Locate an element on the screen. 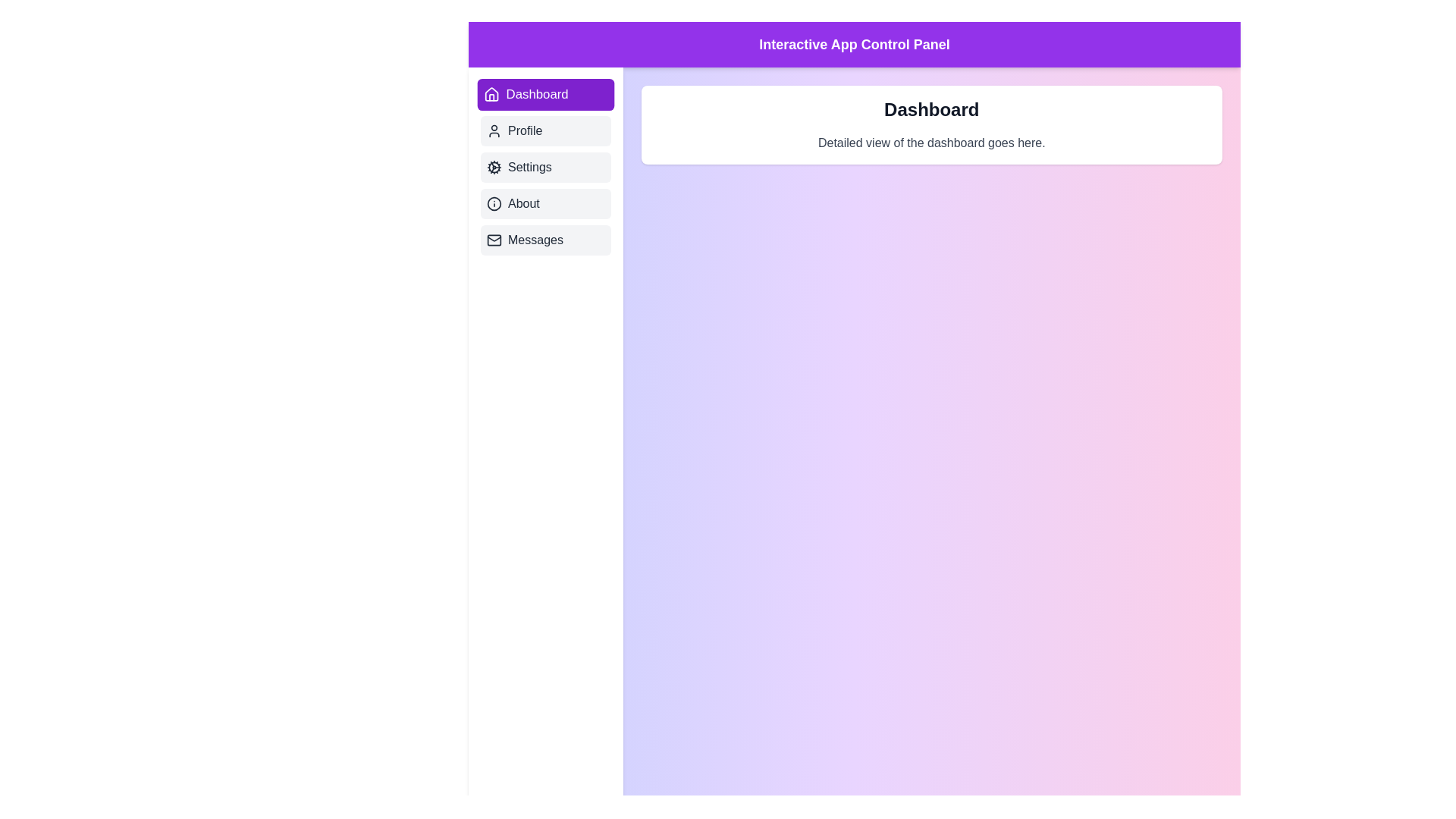  the tab labeled Dashboard to display its content is located at coordinates (545, 94).